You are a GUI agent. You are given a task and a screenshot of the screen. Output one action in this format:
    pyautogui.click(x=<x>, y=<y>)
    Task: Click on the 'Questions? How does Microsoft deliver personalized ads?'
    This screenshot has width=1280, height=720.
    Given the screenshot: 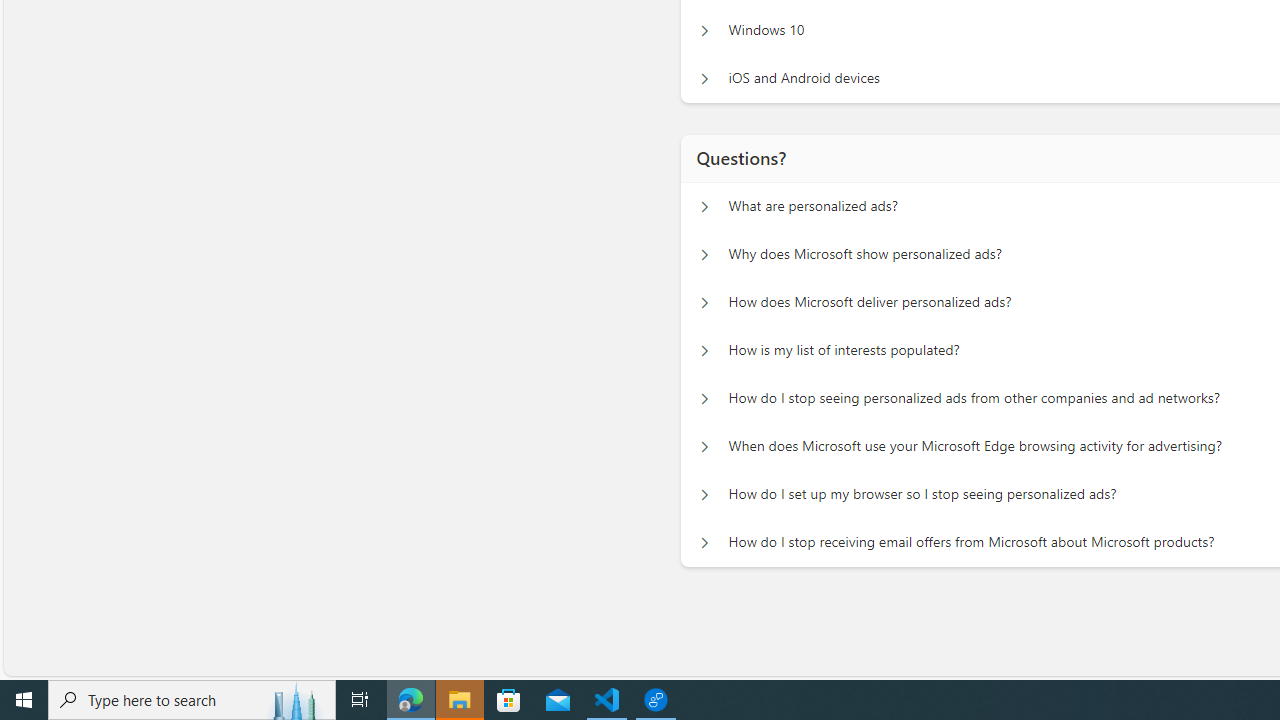 What is the action you would take?
    pyautogui.click(x=704, y=303)
    